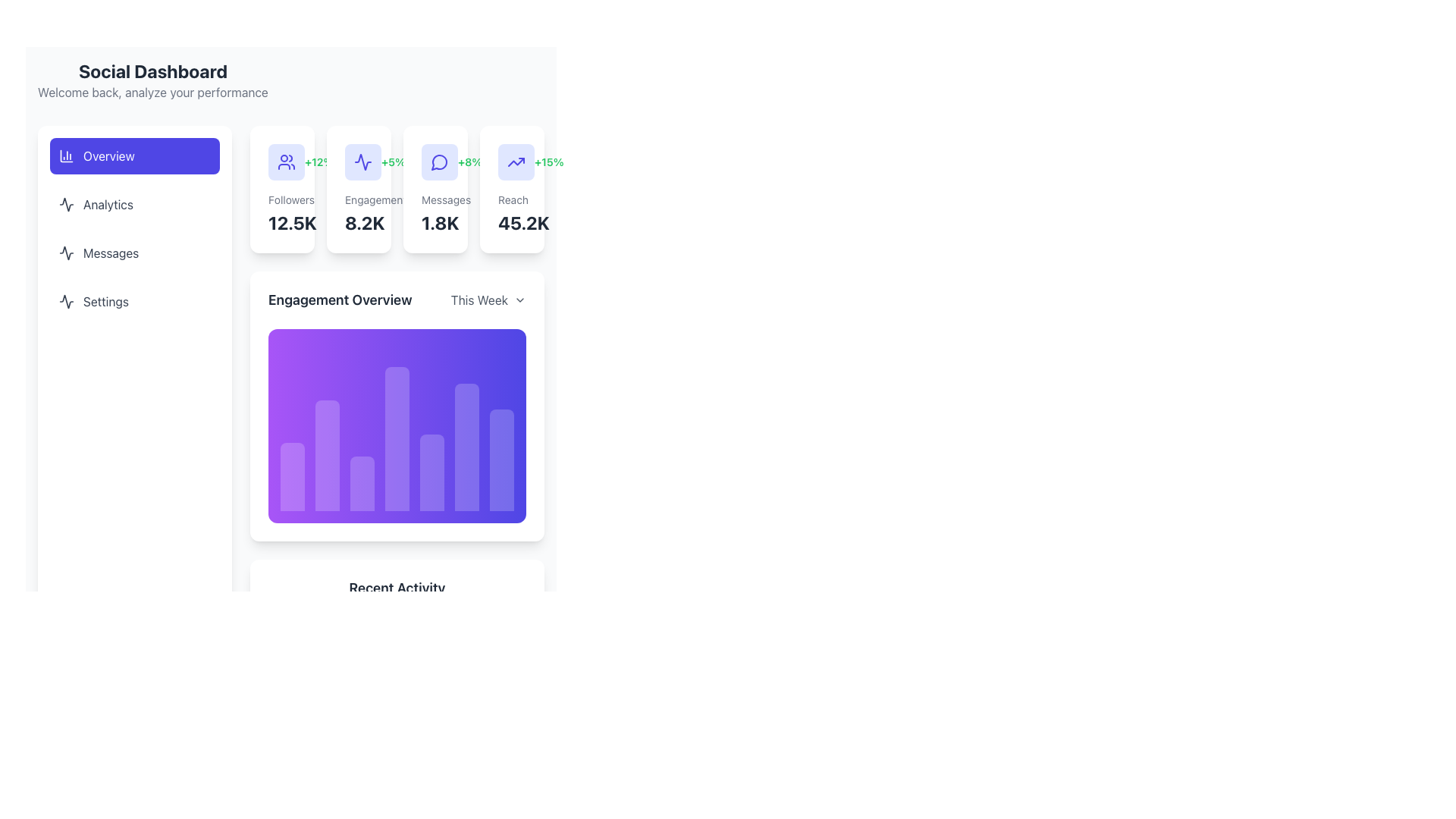 The height and width of the screenshot is (819, 1456). I want to click on the trending up icon within the fourth metric card in the dashboard section, so click(516, 162).